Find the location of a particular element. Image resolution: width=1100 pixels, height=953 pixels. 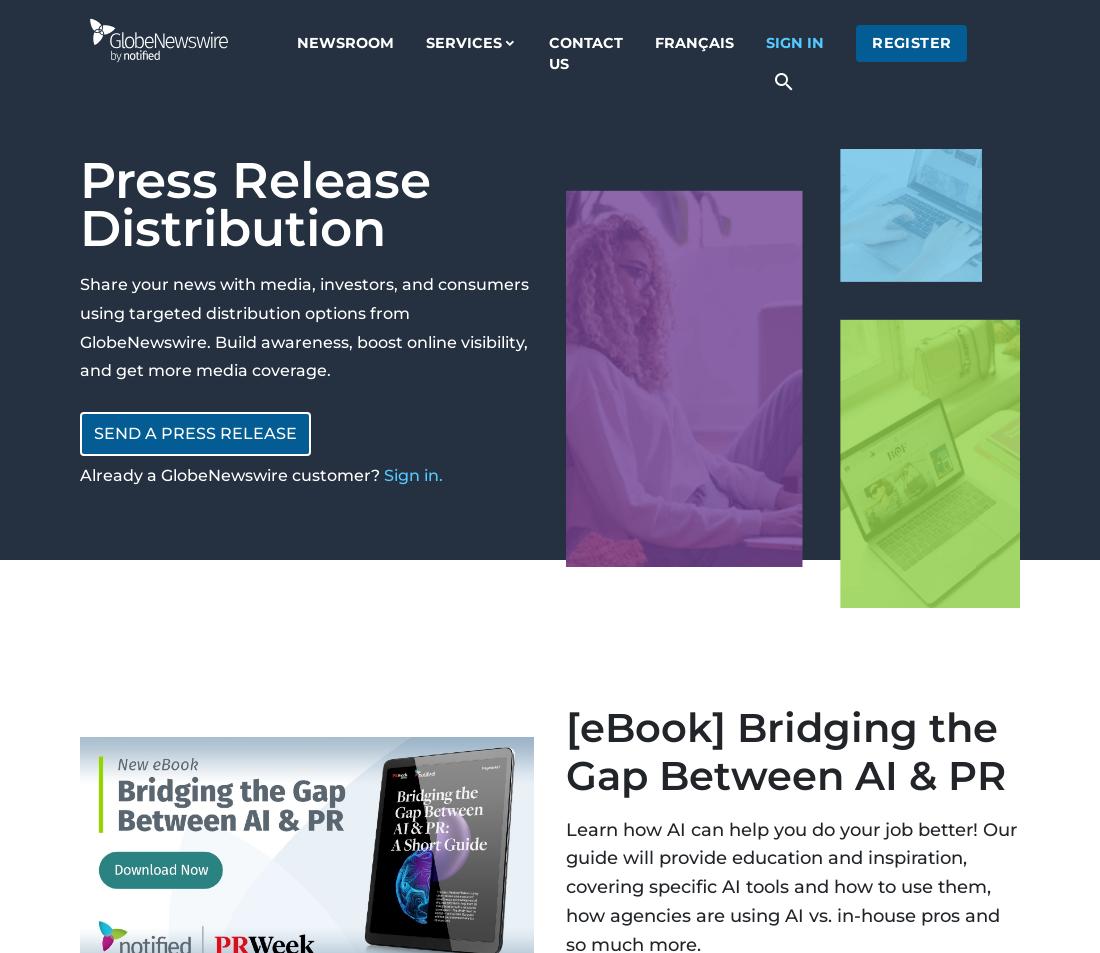

'search' is located at coordinates (771, 80).